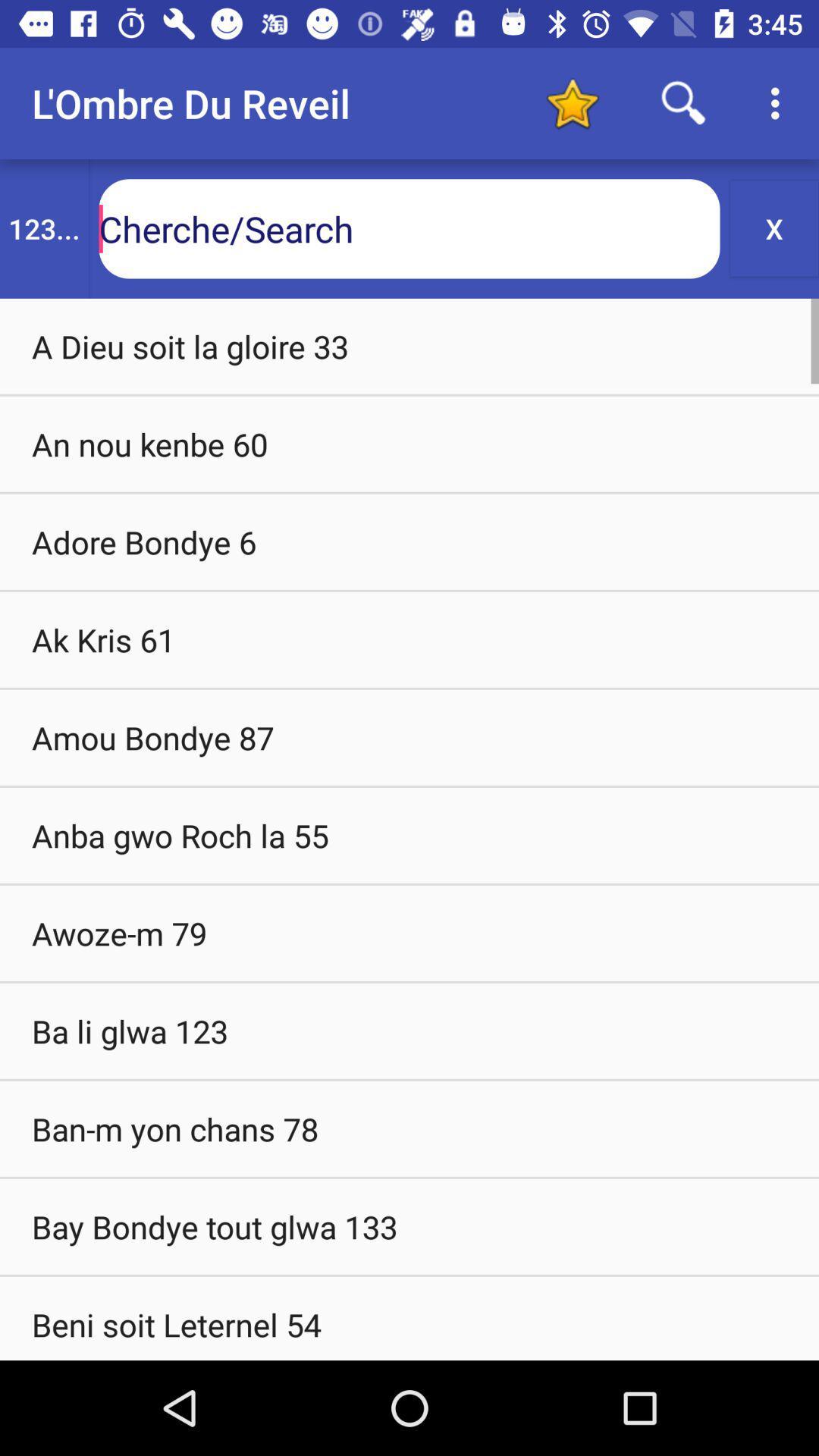  Describe the element at coordinates (409, 737) in the screenshot. I see `icon above the anba gwo roch icon` at that location.